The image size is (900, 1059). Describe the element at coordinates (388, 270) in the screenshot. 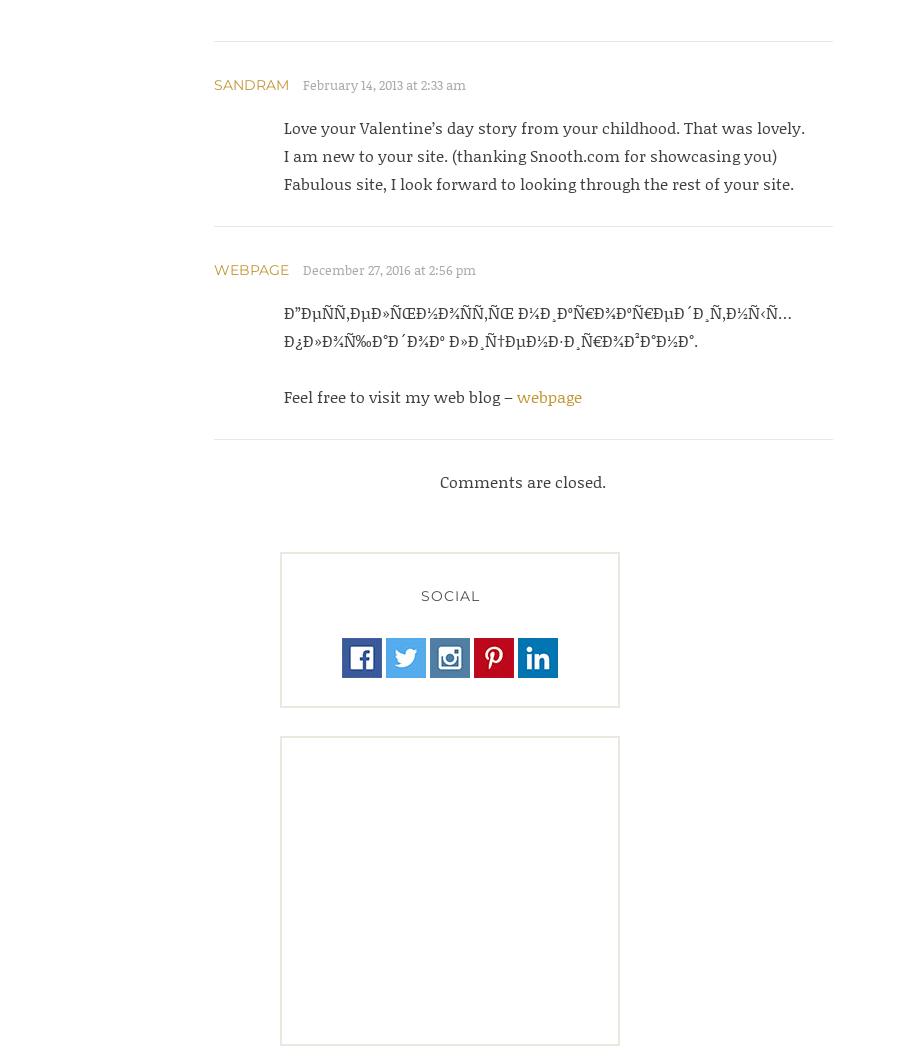

I see `'December 27, 2016 at 2:56 pm'` at that location.